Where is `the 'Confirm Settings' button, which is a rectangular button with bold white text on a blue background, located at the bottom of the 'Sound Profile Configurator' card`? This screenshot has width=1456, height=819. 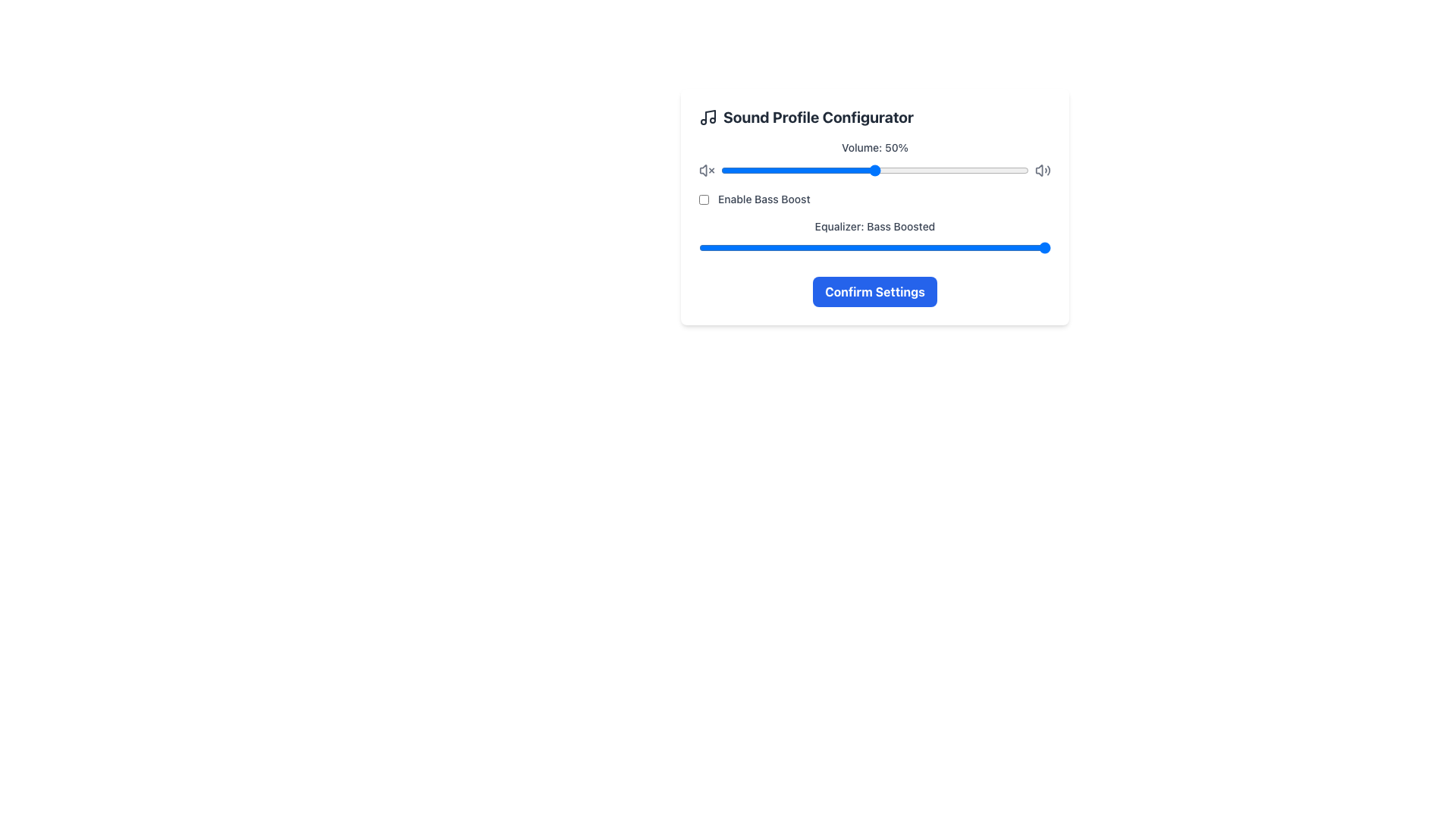
the 'Confirm Settings' button, which is a rectangular button with bold white text on a blue background, located at the bottom of the 'Sound Profile Configurator' card is located at coordinates (874, 292).